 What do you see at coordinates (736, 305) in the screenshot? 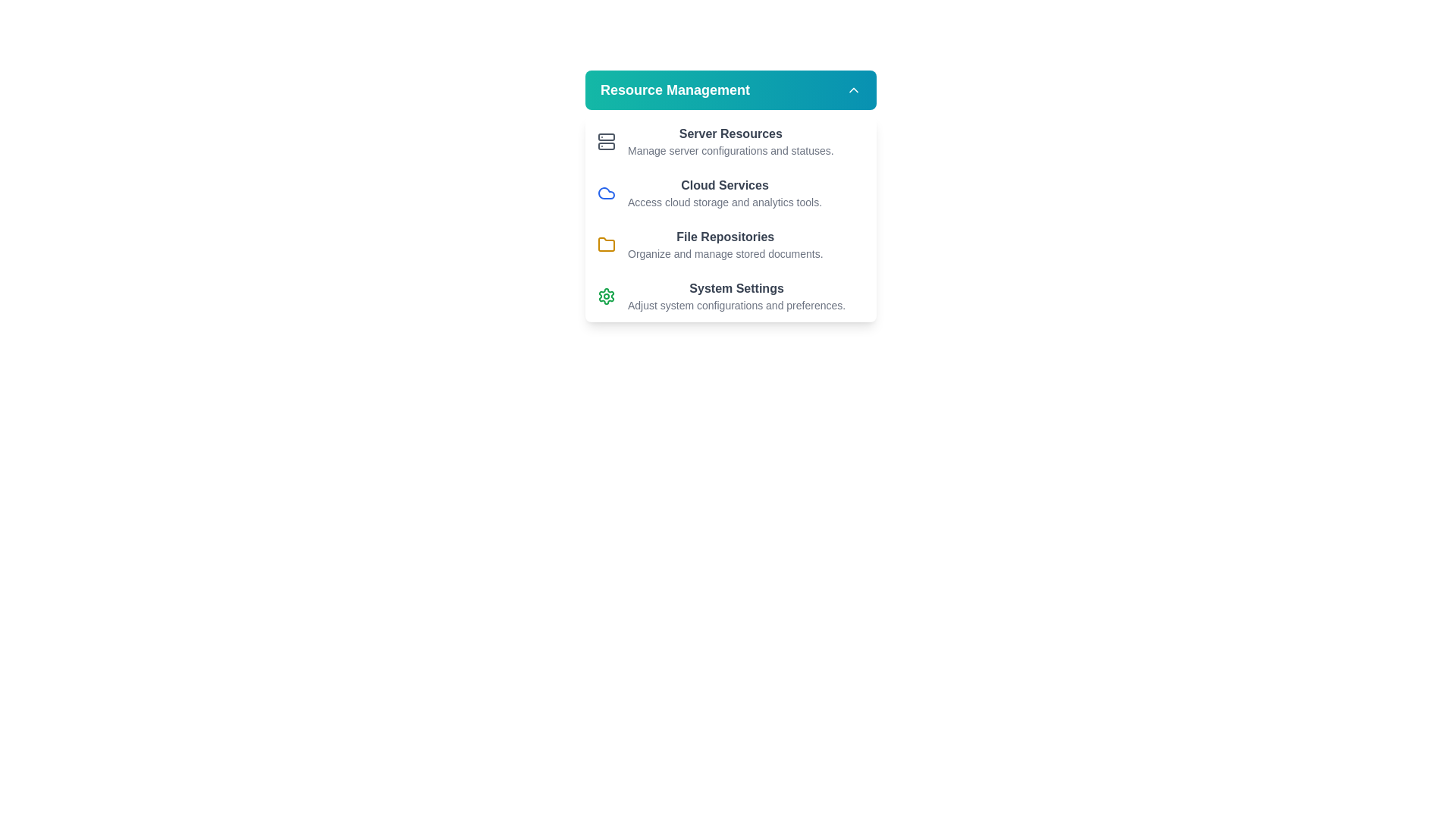
I see `the static text element displaying 'Adjust system configurations and preferences.' which is styled in a small gray font, located in the bottom-right quadrant of the 'Resource Management' card section` at bounding box center [736, 305].